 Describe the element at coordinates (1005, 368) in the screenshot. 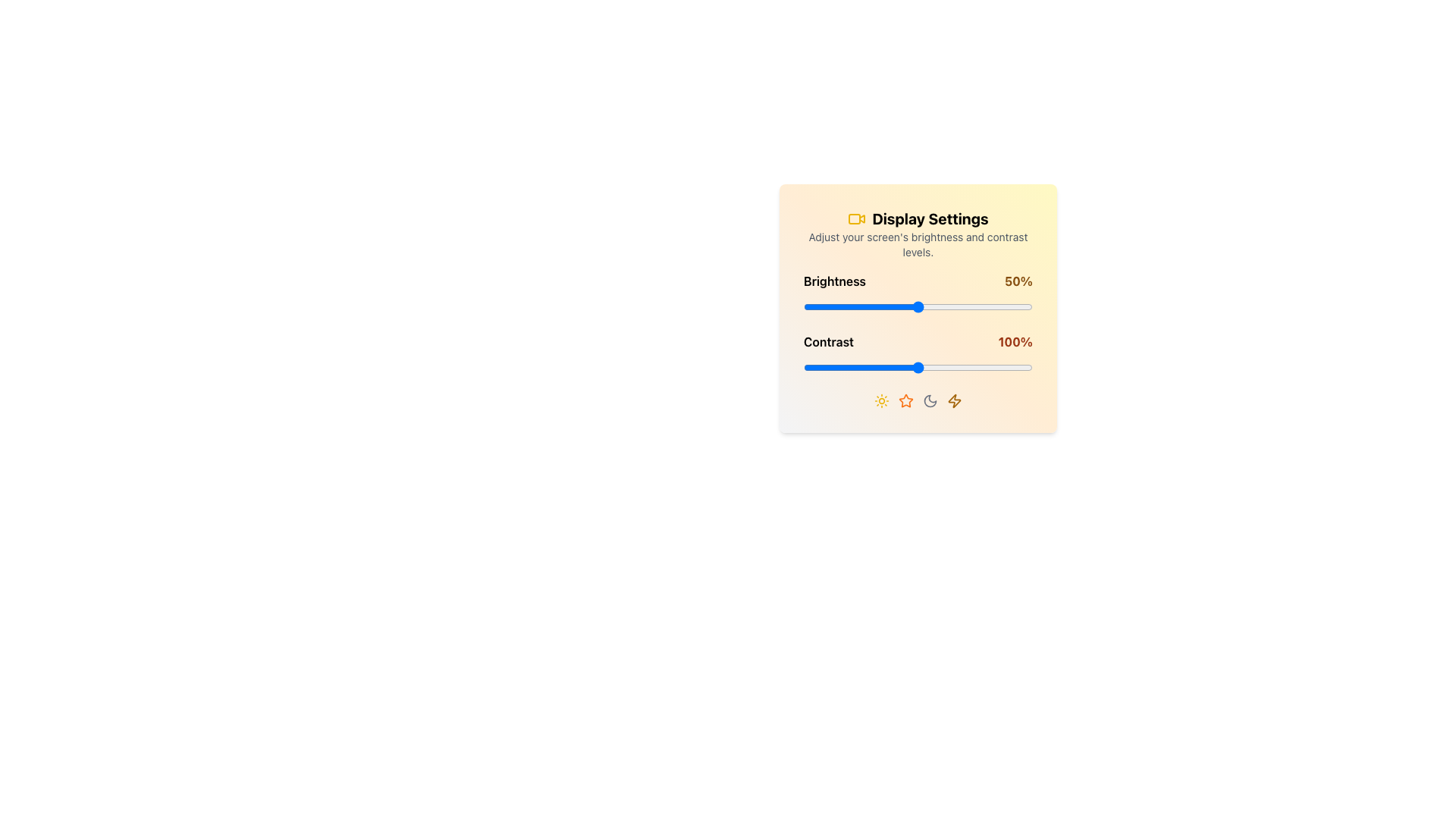

I see `the contrast level` at that location.